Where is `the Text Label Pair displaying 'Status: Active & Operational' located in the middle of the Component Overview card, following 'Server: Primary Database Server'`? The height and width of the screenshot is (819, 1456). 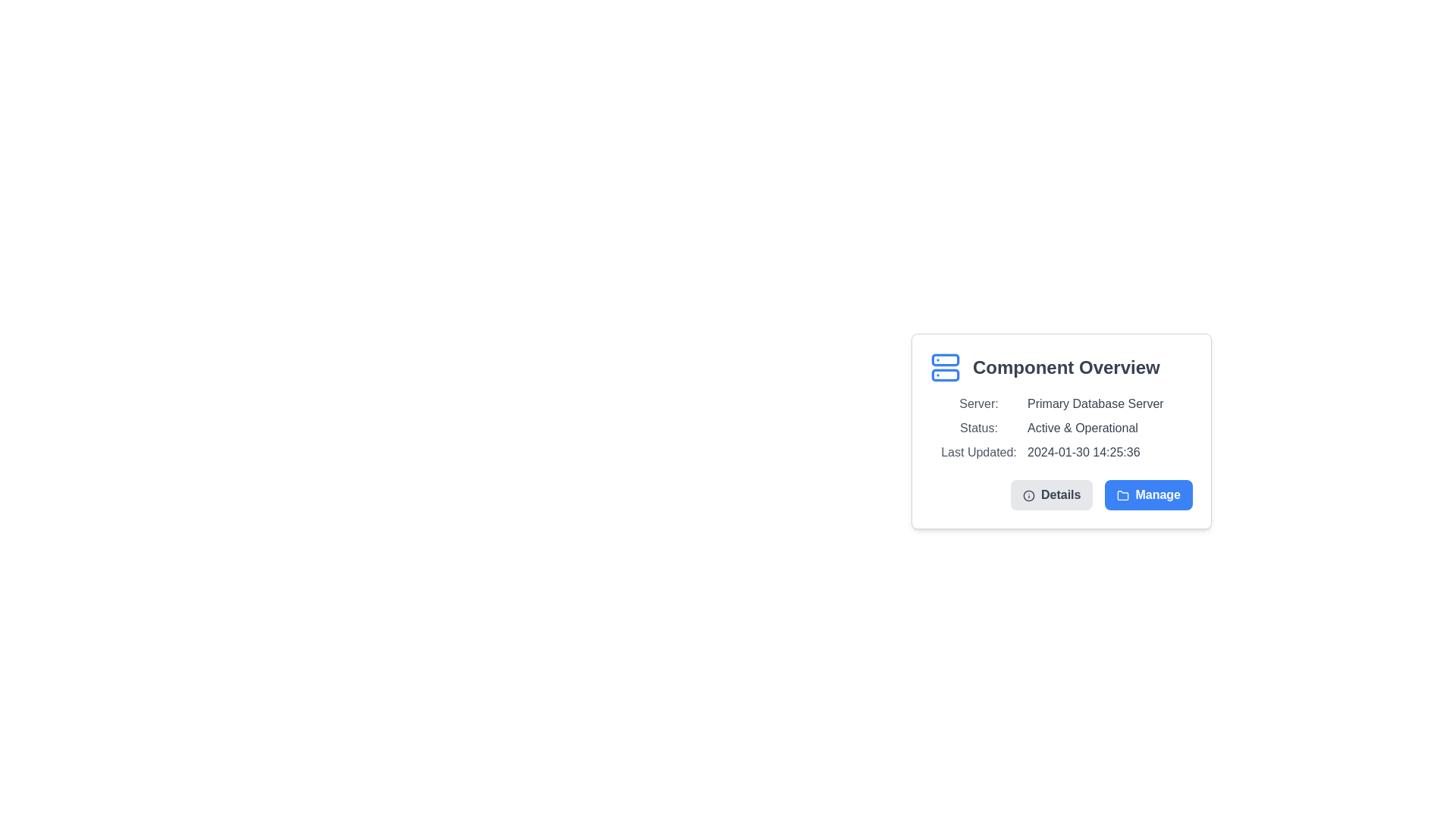
the Text Label Pair displaying 'Status: Active & Operational' located in the middle of the Component Overview card, following 'Server: Primary Database Server' is located at coordinates (1061, 428).